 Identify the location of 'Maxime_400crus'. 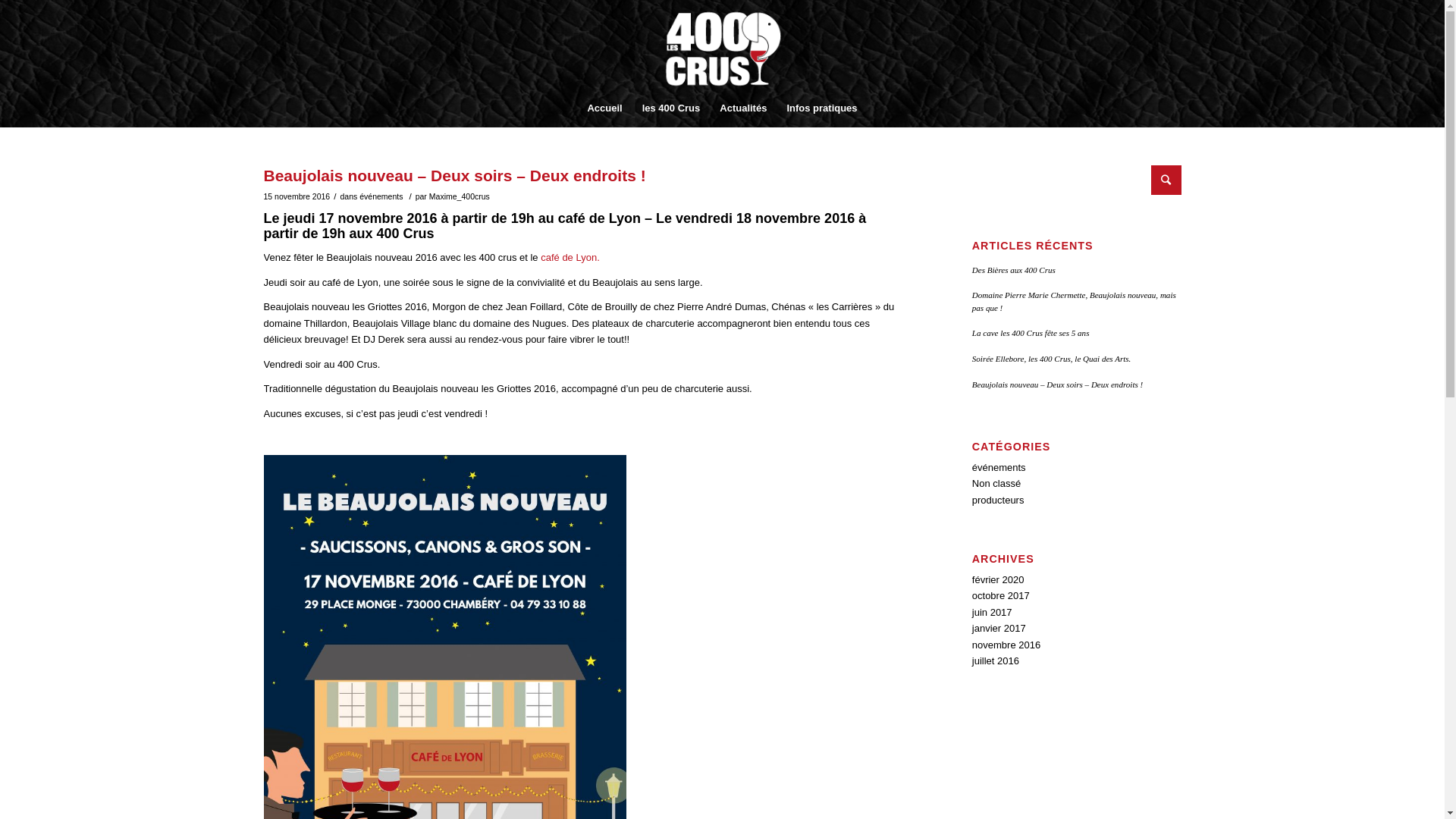
(458, 195).